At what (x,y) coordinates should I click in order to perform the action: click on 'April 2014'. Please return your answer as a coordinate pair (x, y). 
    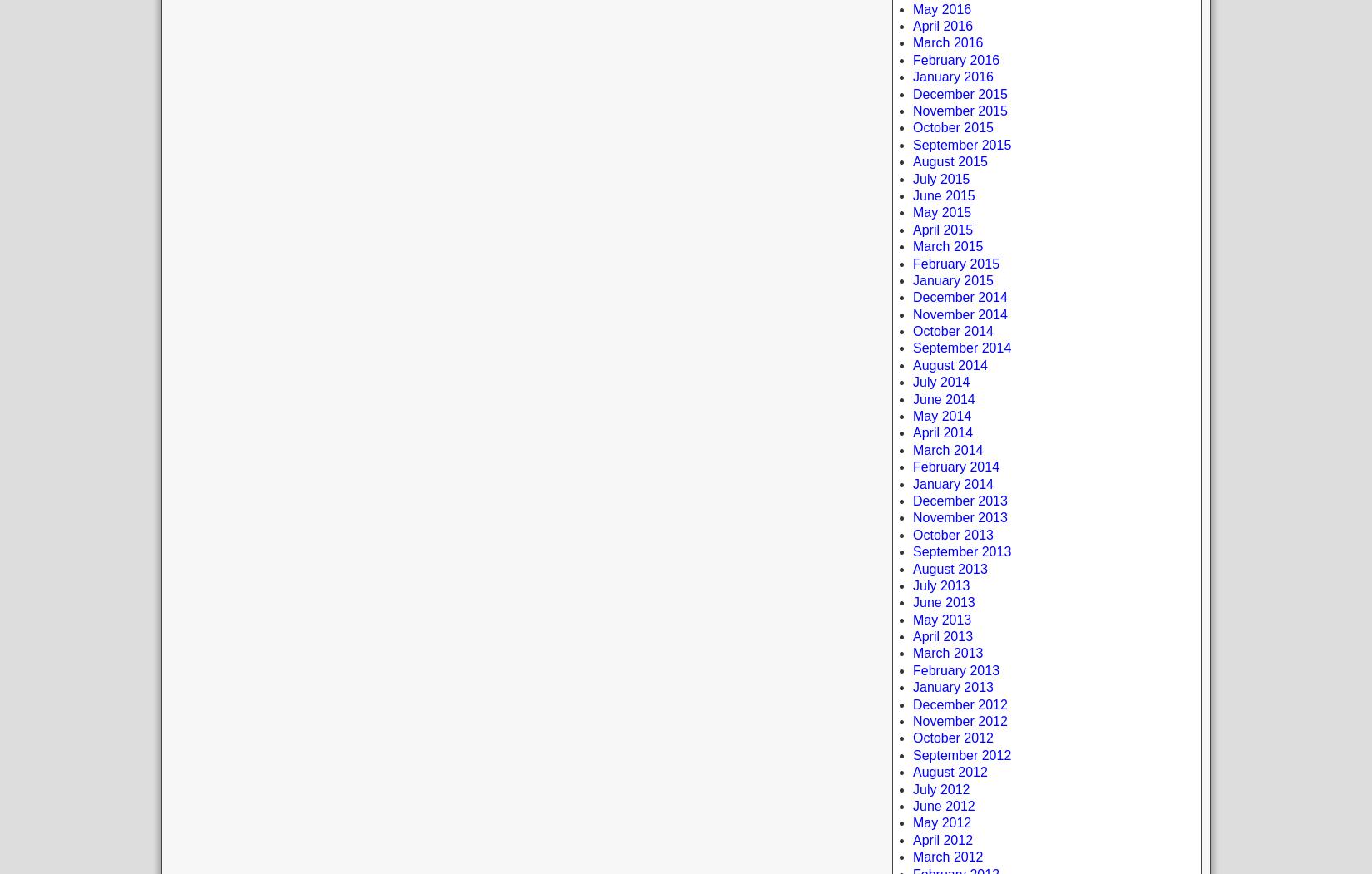
    Looking at the image, I should click on (943, 432).